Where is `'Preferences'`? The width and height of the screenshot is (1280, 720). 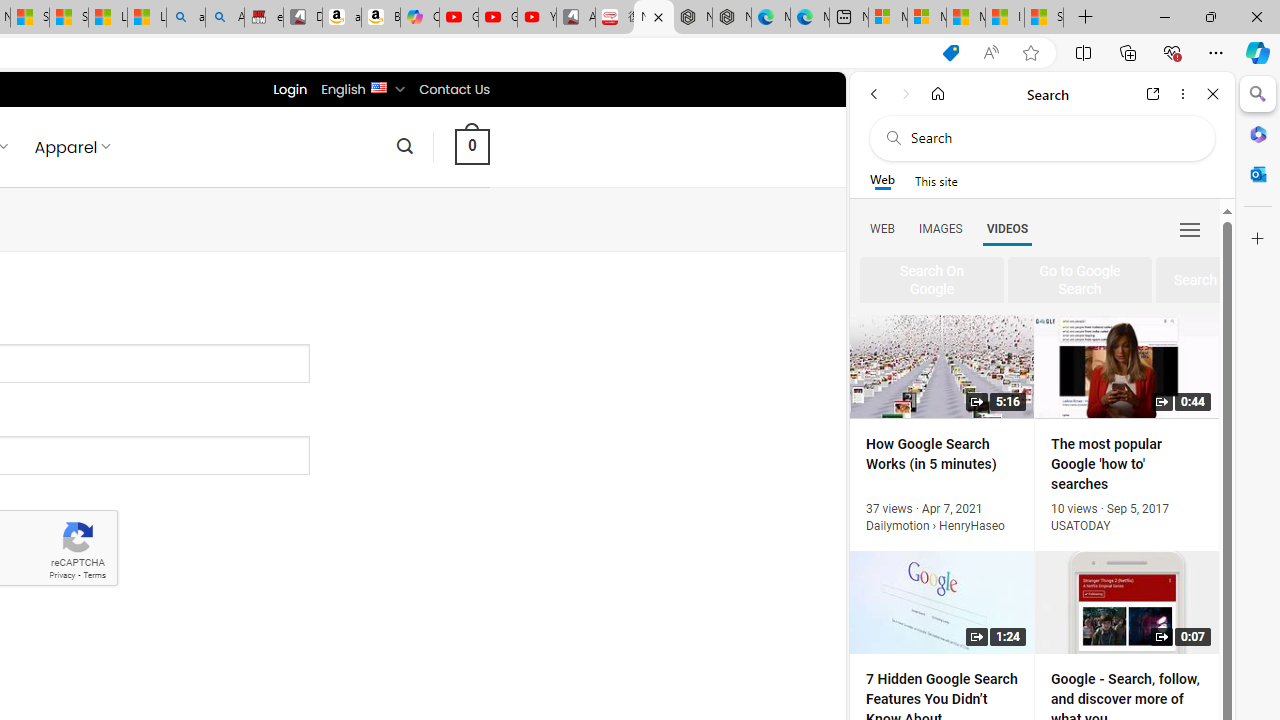
'Preferences' is located at coordinates (1189, 227).